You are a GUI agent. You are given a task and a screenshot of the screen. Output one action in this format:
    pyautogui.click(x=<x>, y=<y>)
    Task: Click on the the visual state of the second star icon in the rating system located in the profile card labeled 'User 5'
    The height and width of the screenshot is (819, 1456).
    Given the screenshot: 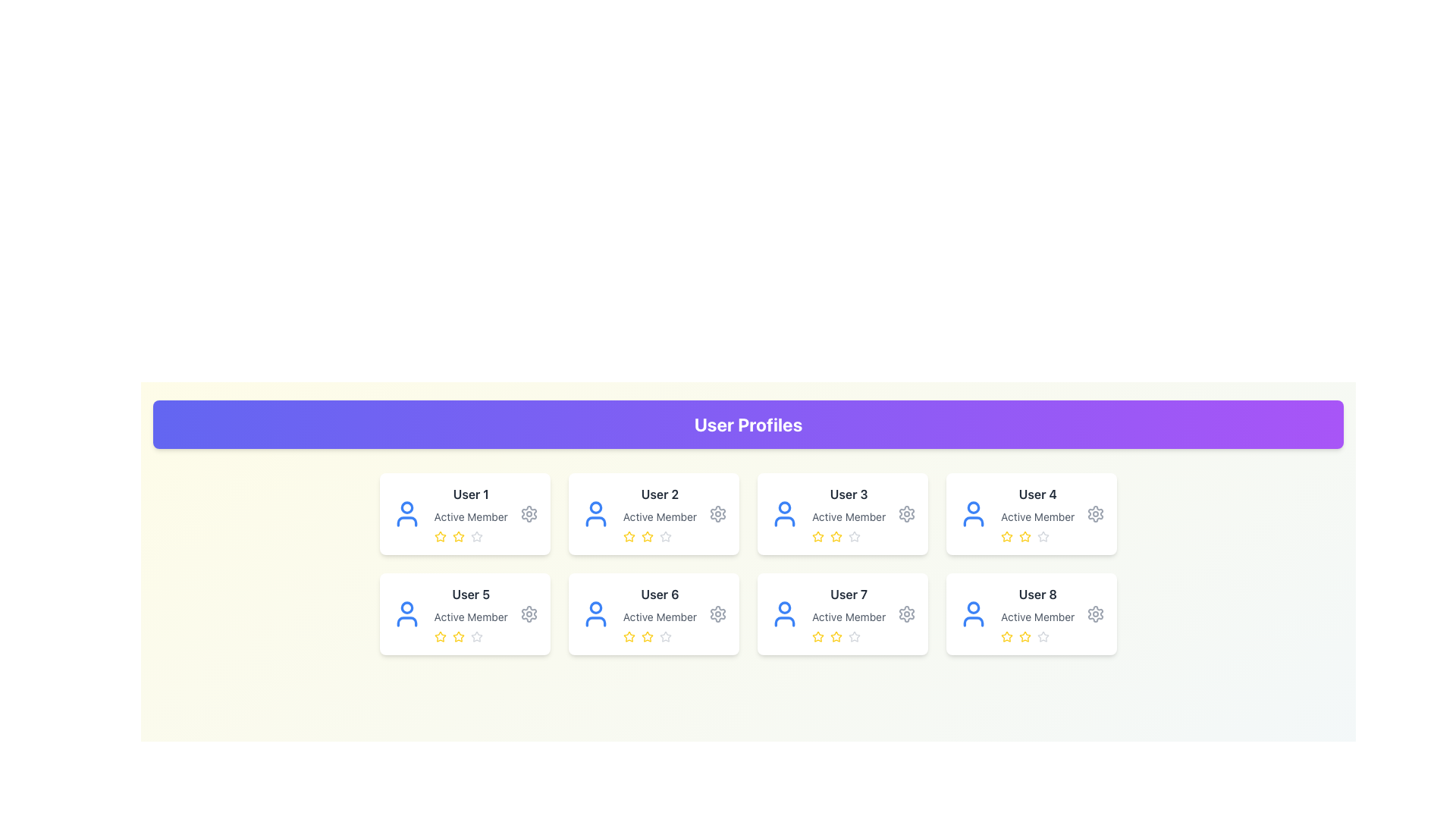 What is the action you would take?
    pyautogui.click(x=457, y=636)
    